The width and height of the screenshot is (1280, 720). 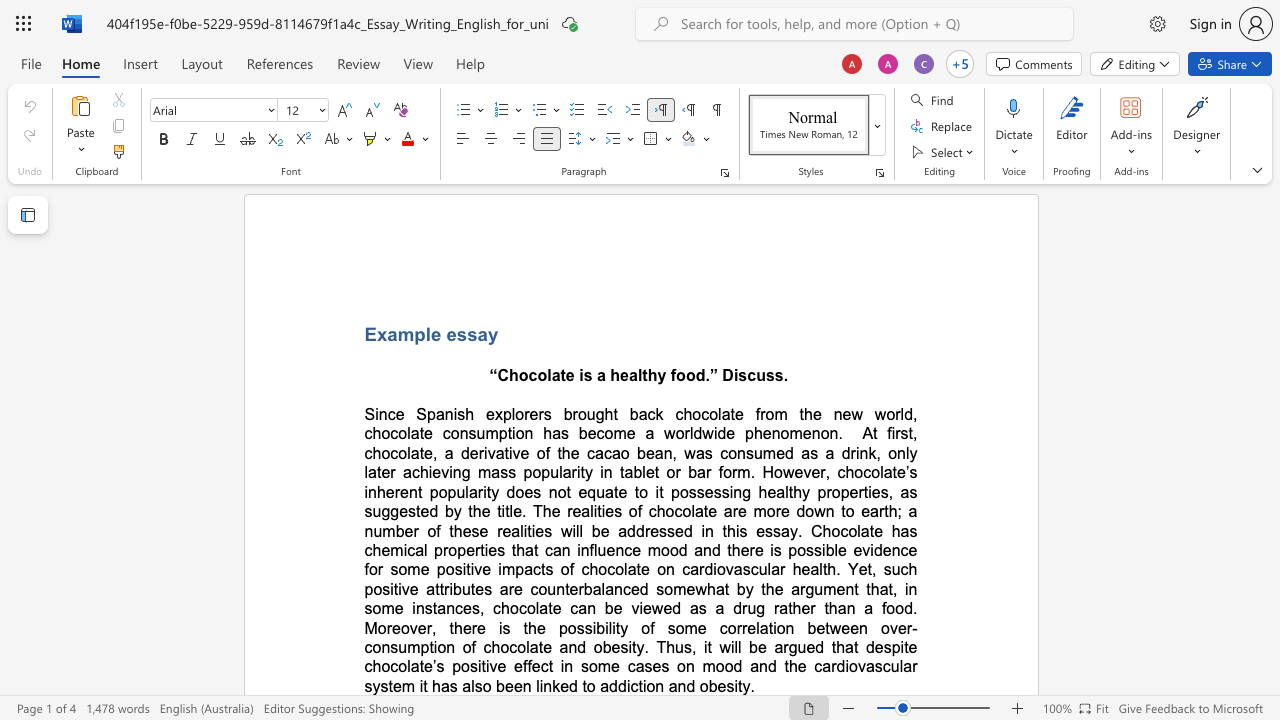 I want to click on the space between the continuous character "l" and "i" in the text, so click(x=539, y=685).